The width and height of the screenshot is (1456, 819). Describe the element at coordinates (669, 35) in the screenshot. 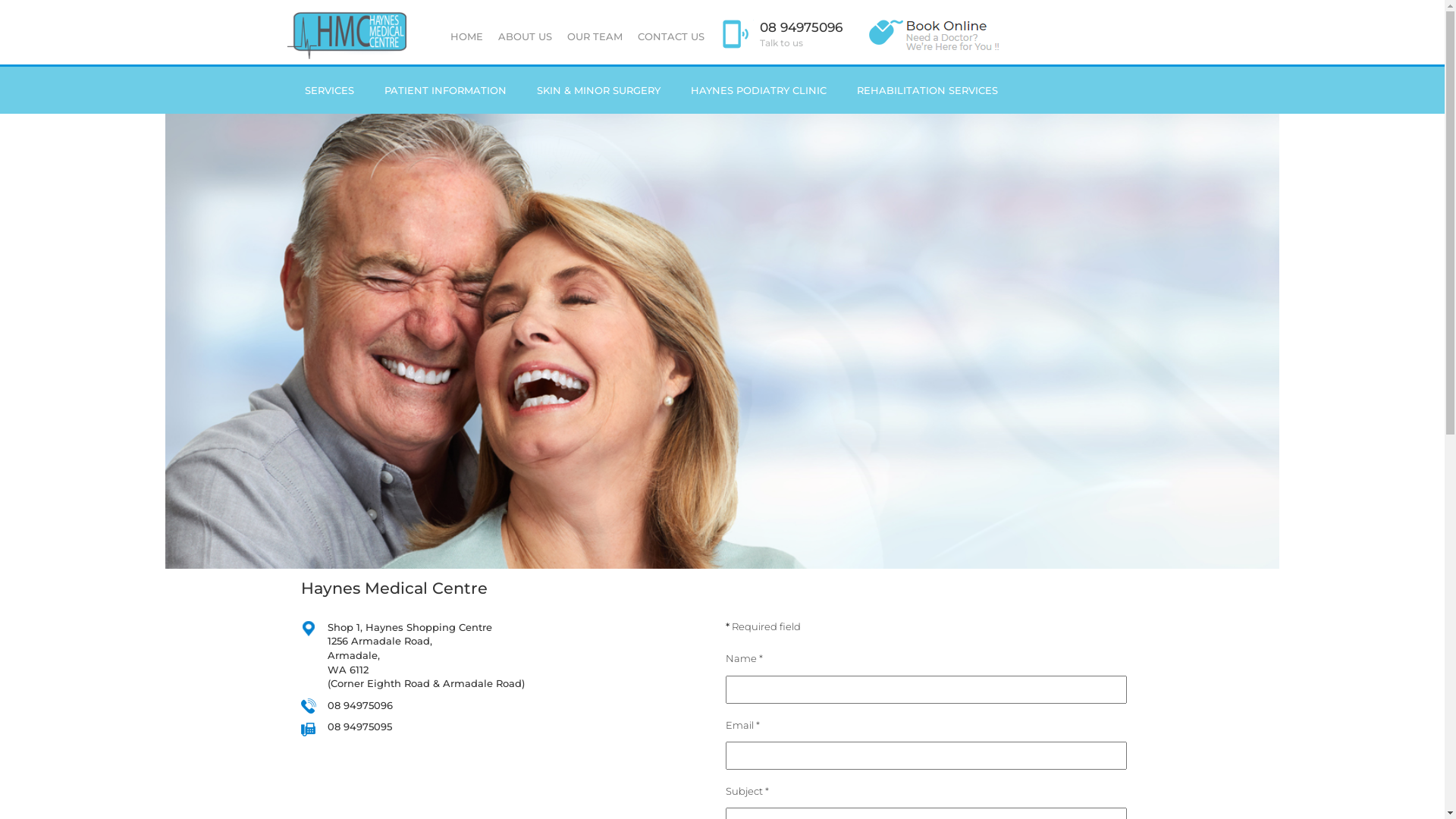

I see `'CONTACT US'` at that location.